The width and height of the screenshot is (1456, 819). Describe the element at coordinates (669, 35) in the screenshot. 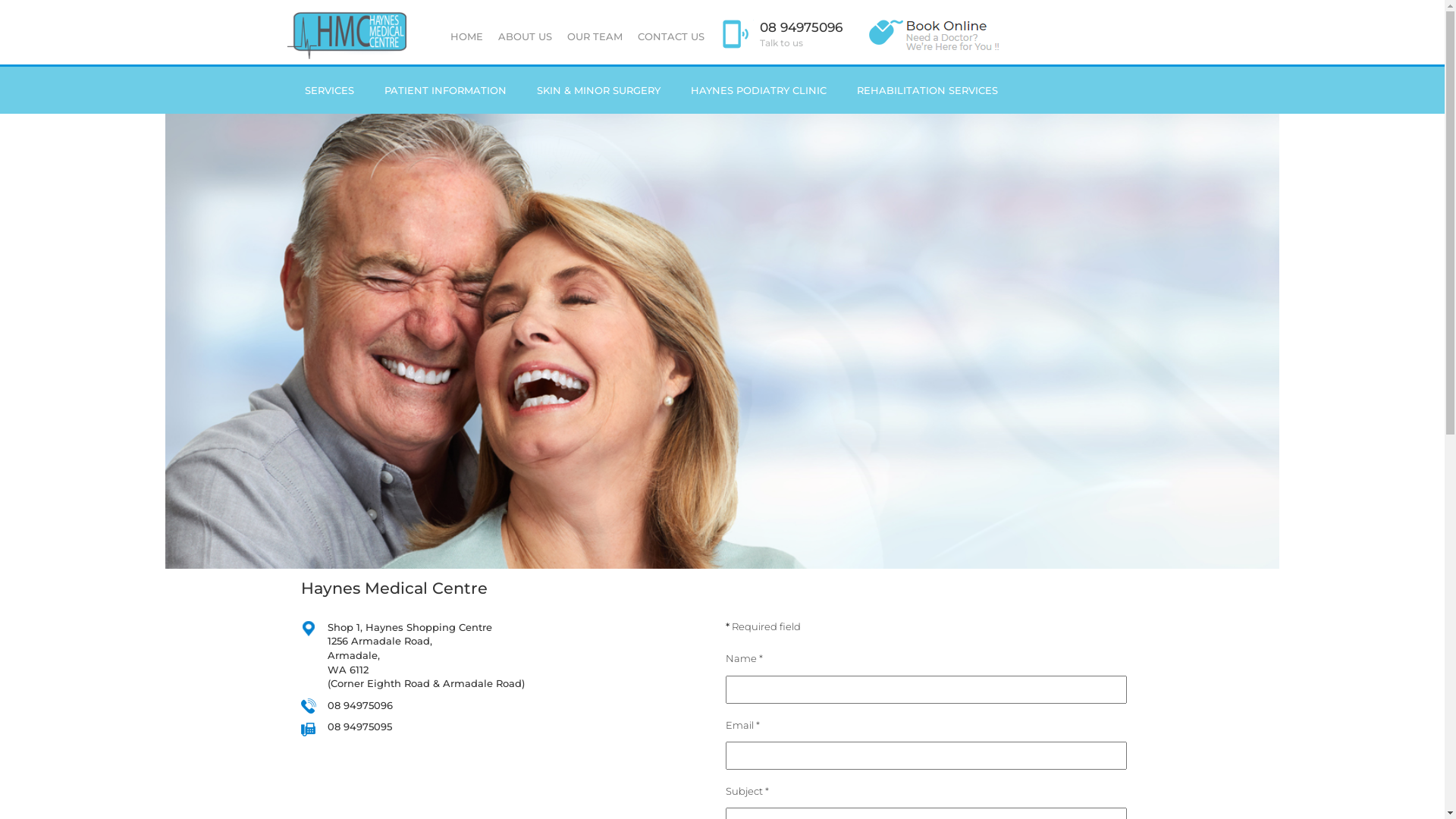

I see `'CONTACT US'` at that location.